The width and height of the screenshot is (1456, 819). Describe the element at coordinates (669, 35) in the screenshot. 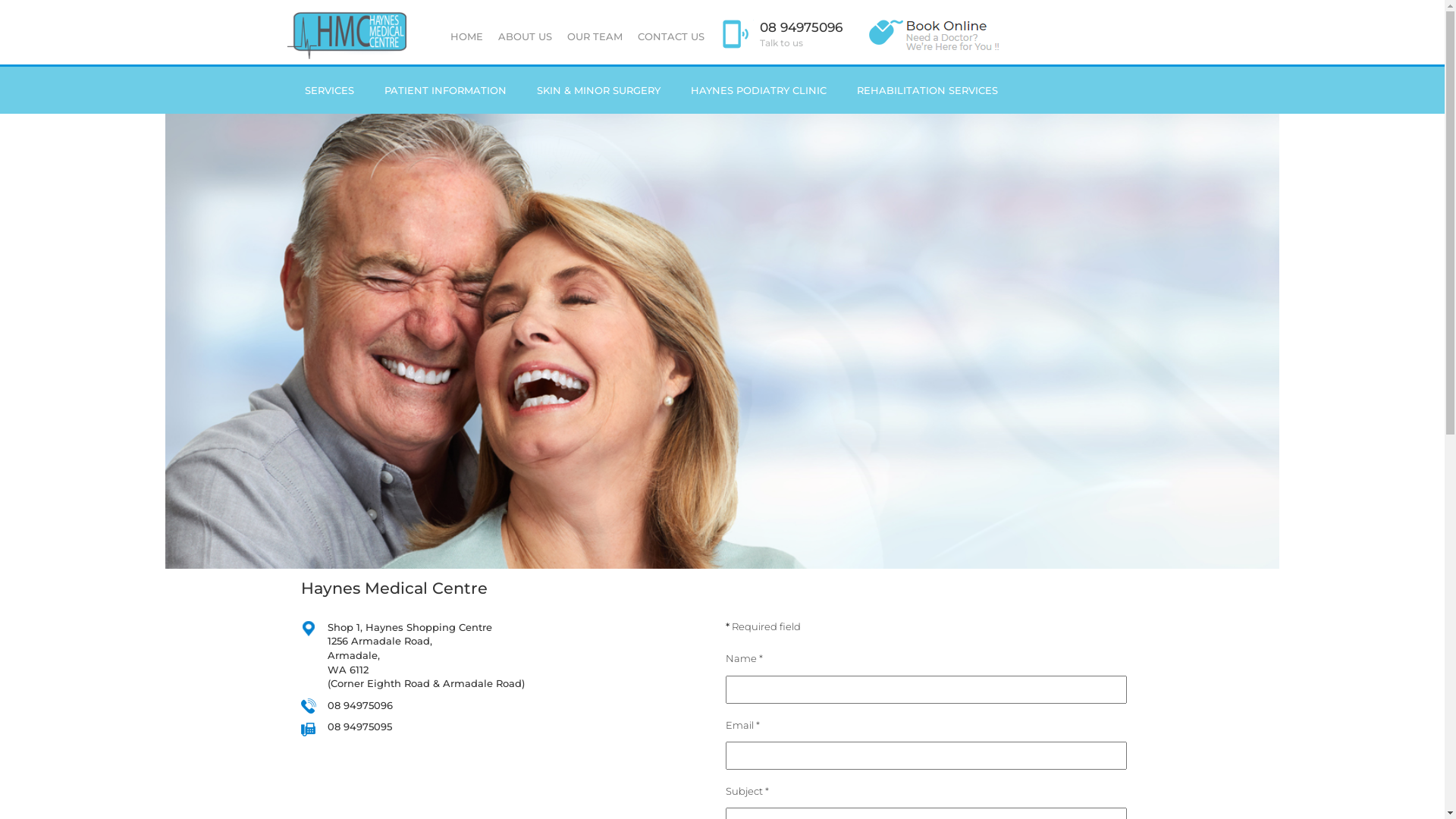

I see `'CONTACT US'` at that location.